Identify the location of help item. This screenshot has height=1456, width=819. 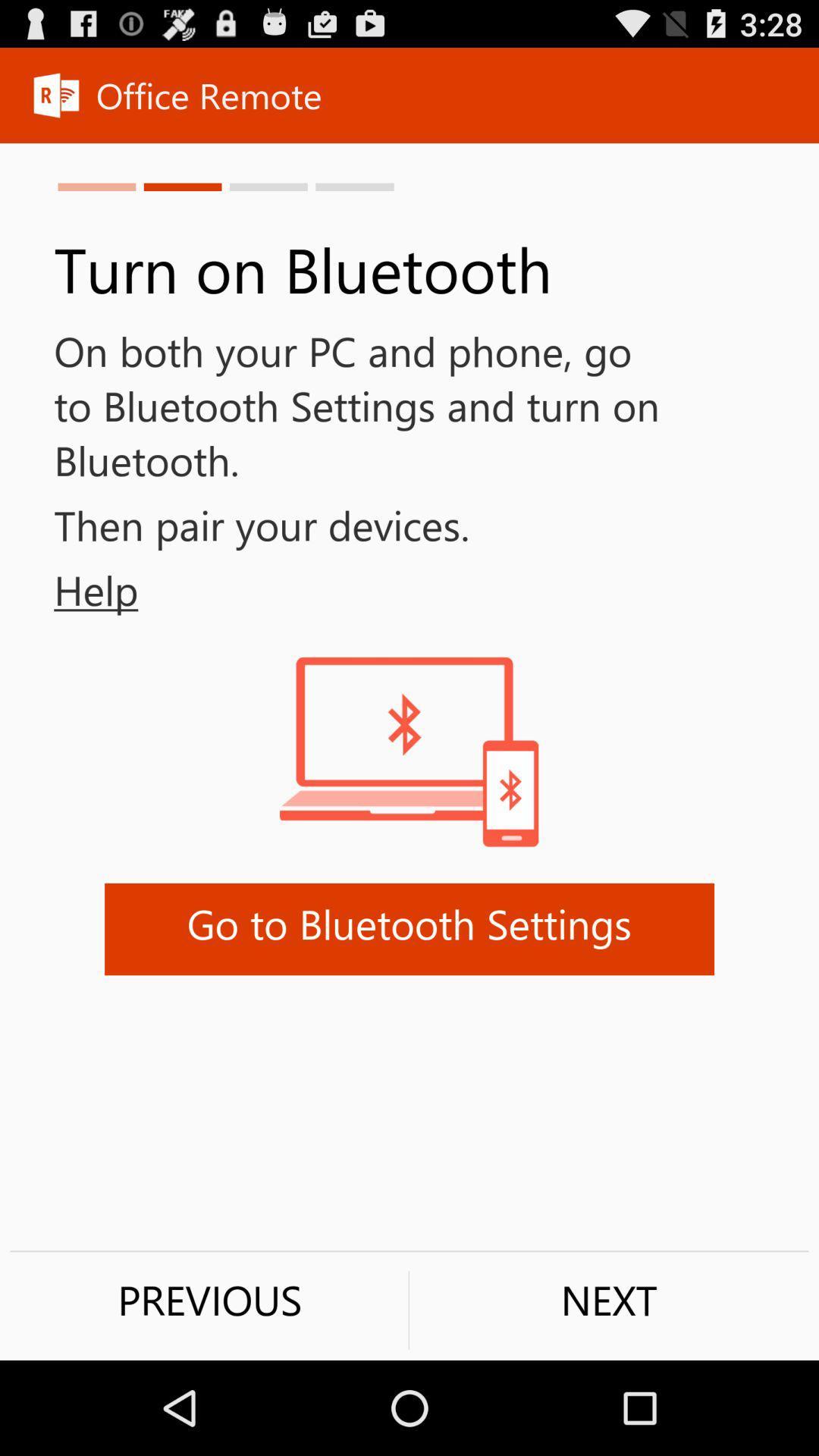
(69, 589).